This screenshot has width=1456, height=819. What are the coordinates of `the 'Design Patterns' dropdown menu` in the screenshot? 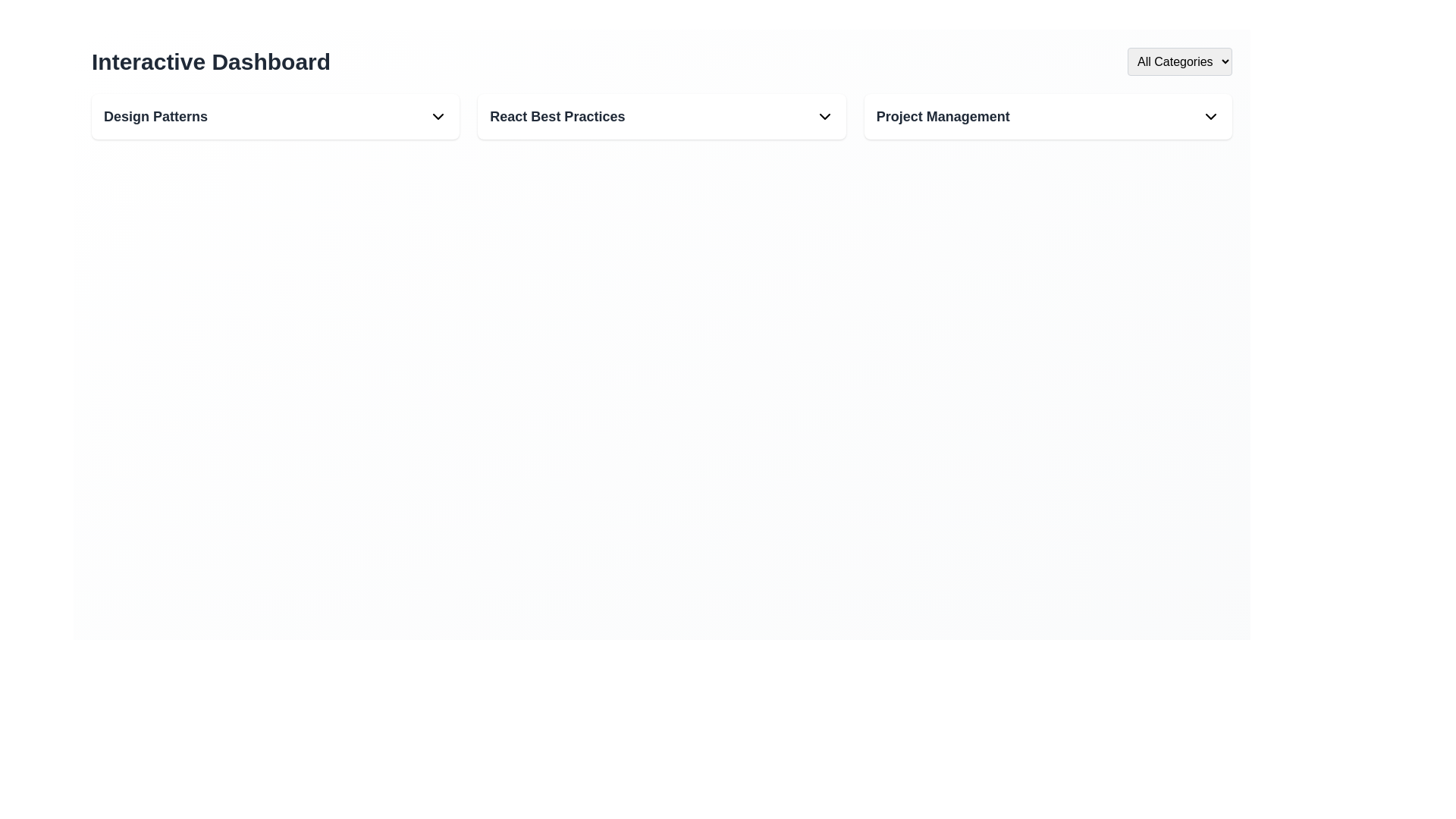 It's located at (275, 116).